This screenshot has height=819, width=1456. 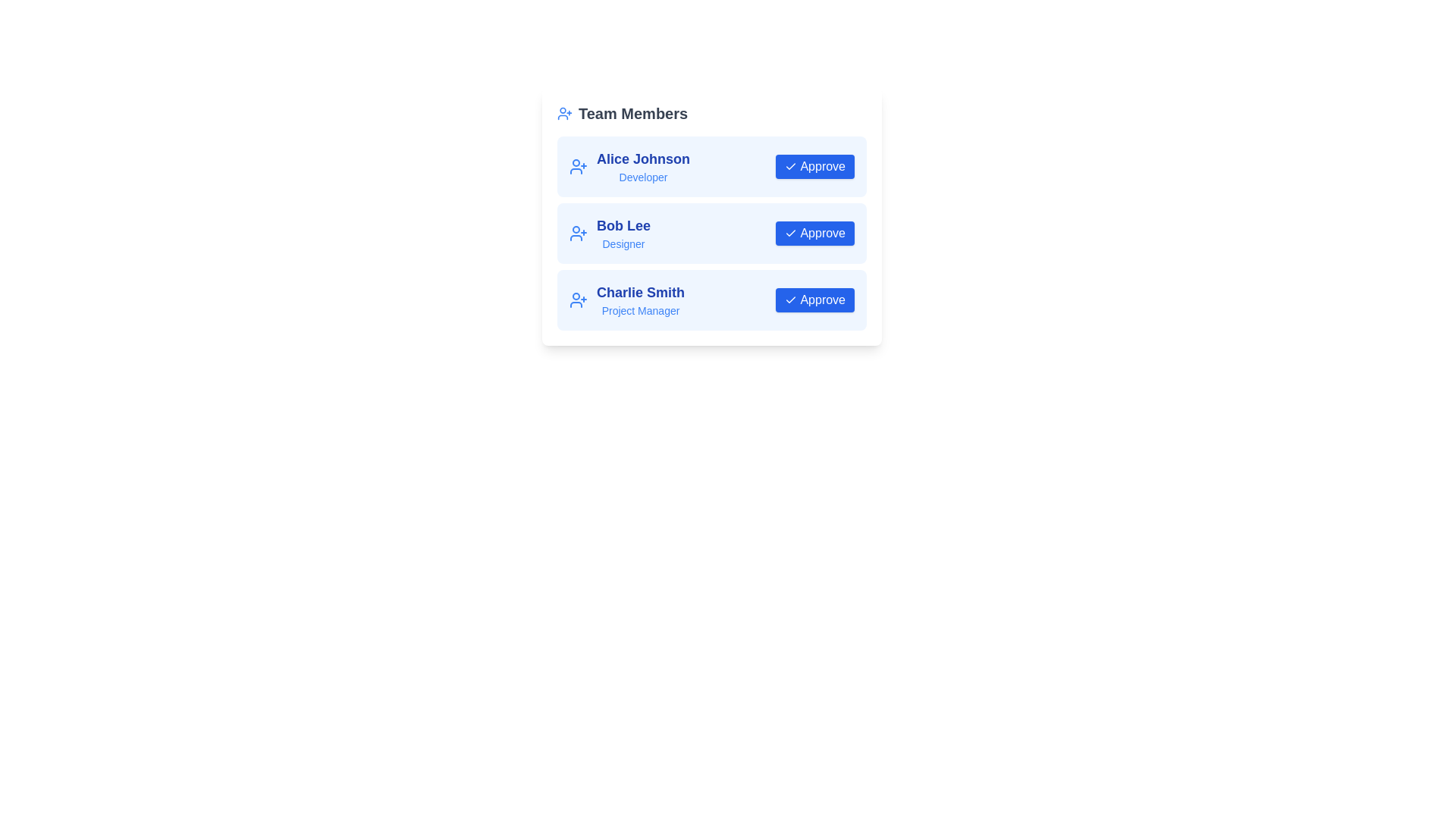 I want to click on the text label displaying 'Developer', which is styled in blue and positioned below 'Alice Johnson' in the profile card layout, so click(x=643, y=177).